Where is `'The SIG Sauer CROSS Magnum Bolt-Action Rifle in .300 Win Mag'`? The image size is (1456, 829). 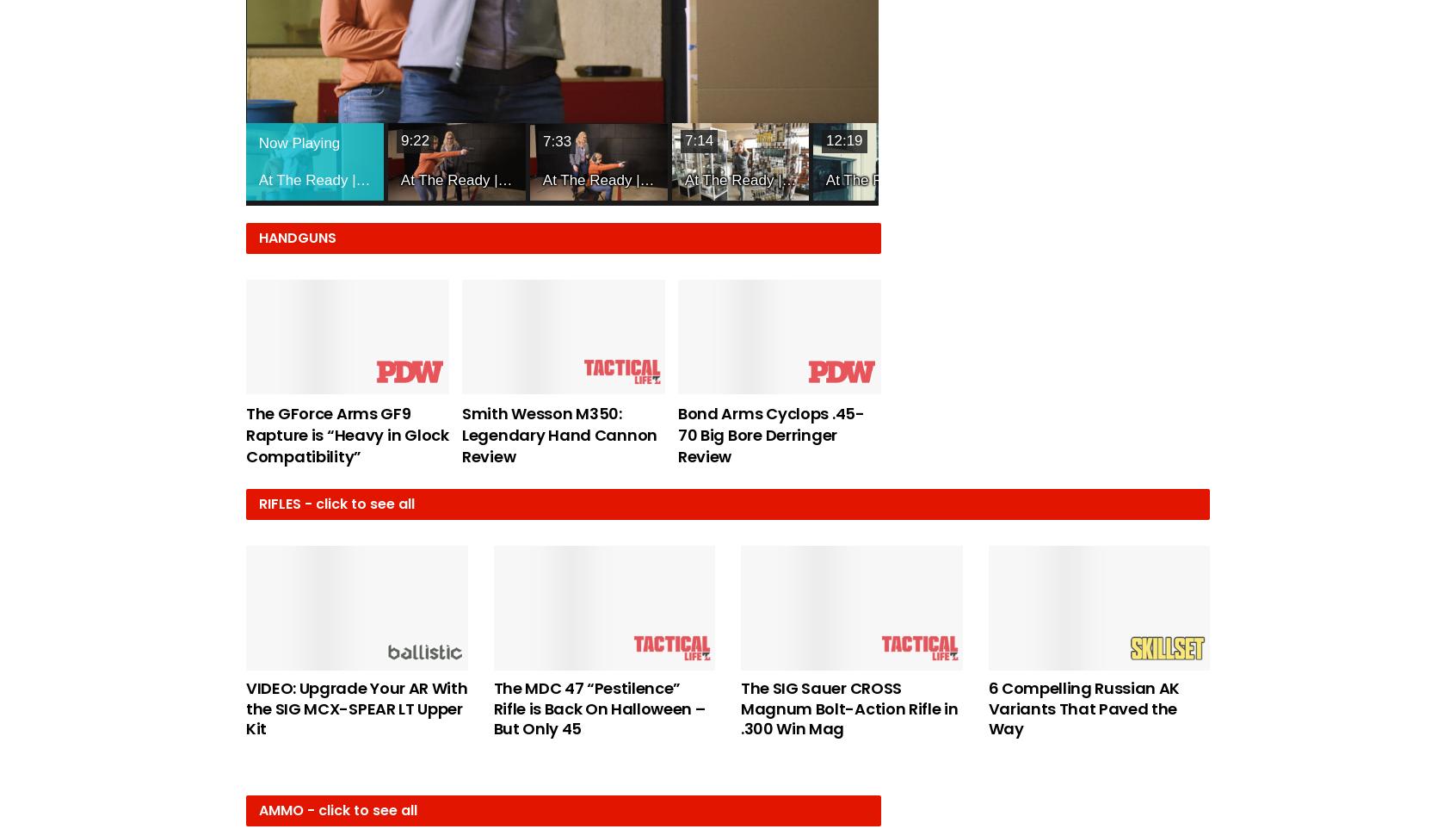 'The SIG Sauer CROSS Magnum Bolt-Action Rifle in .300 Win Mag' is located at coordinates (848, 707).